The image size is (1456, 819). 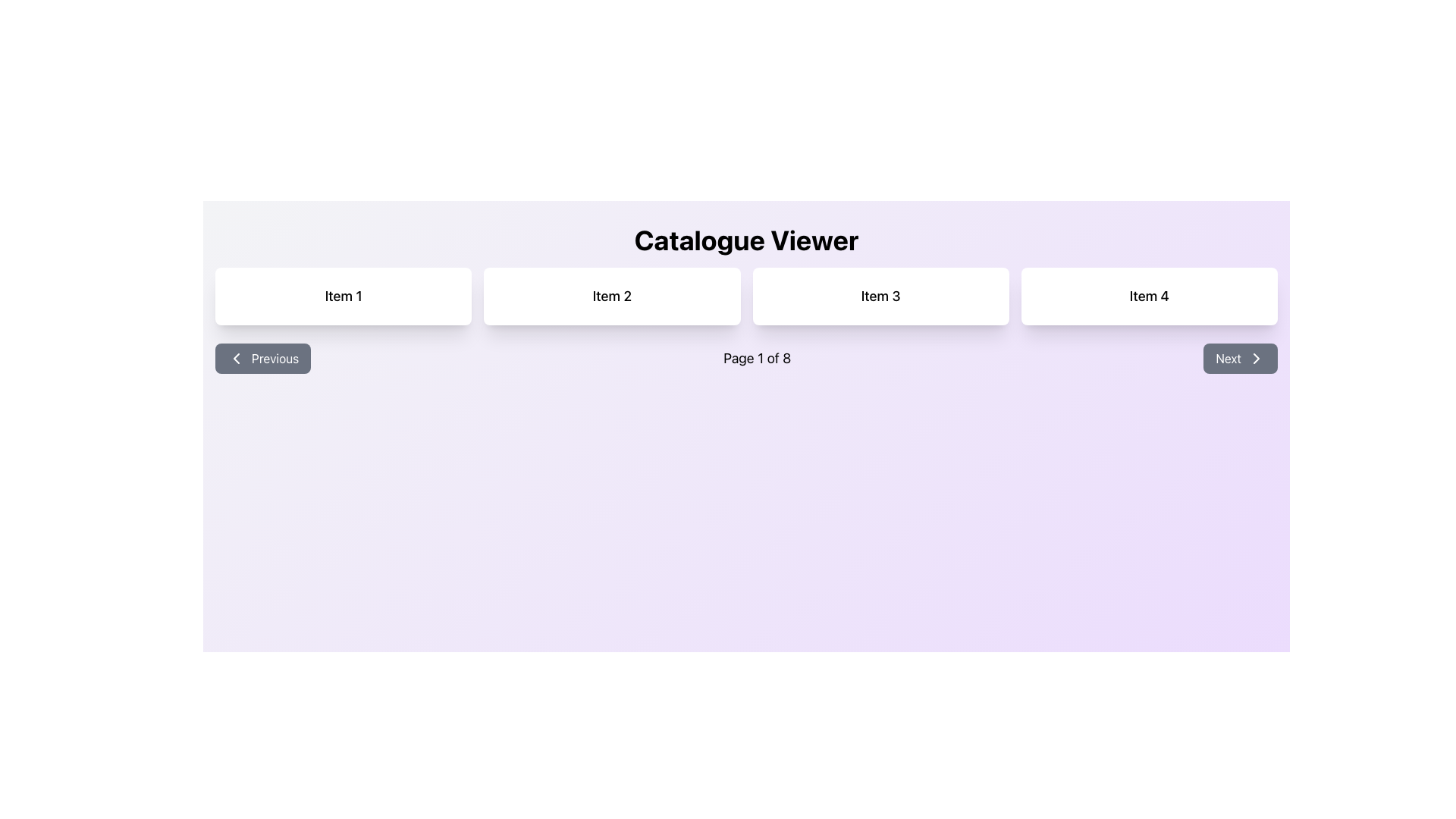 I want to click on the button located on the left side of the pagination bar, so click(x=262, y=359).